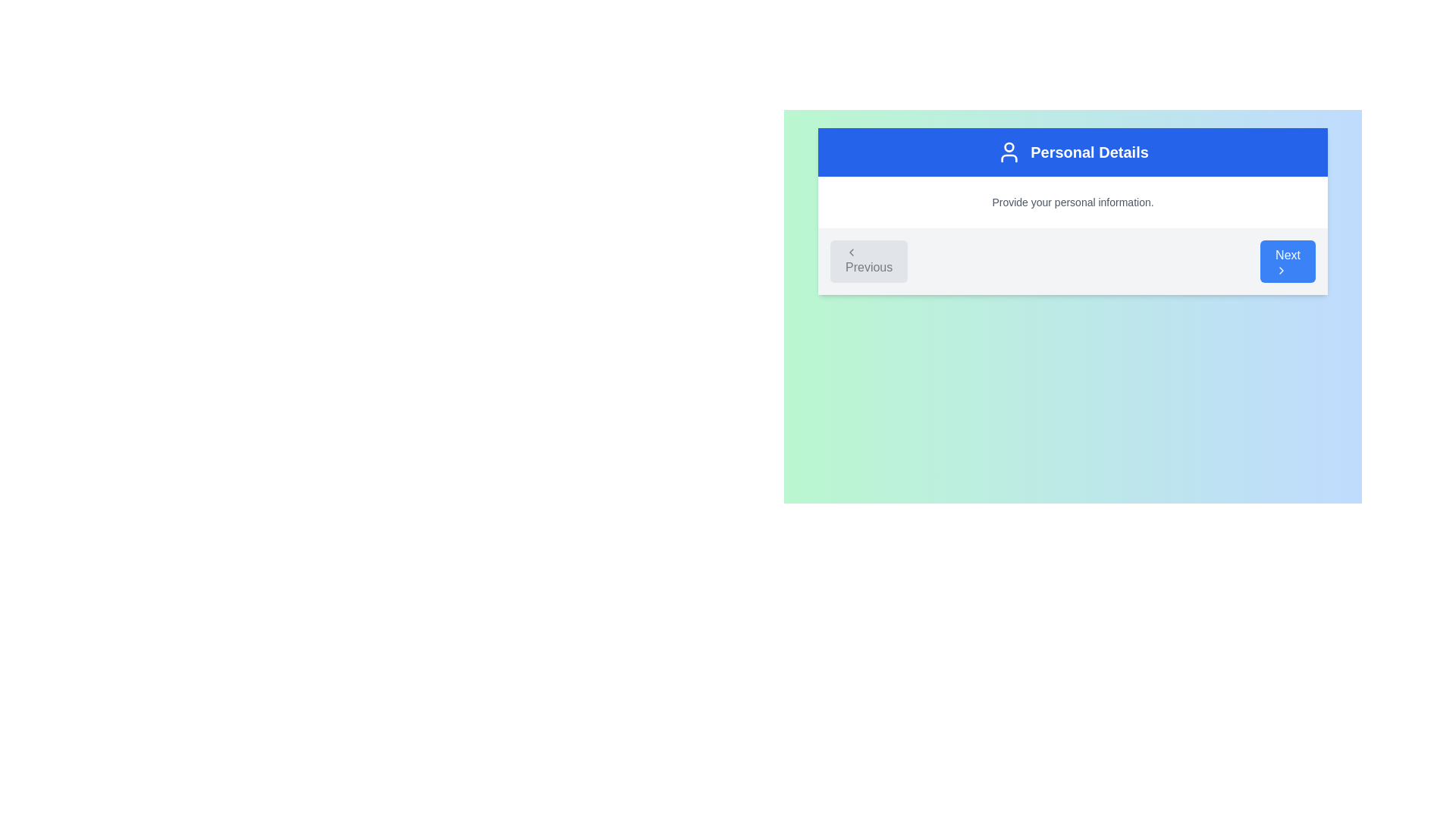  Describe the element at coordinates (1072, 201) in the screenshot. I see `text label displaying 'Provide your personal information.' located beneath the blue header 'Personal Details'` at that location.